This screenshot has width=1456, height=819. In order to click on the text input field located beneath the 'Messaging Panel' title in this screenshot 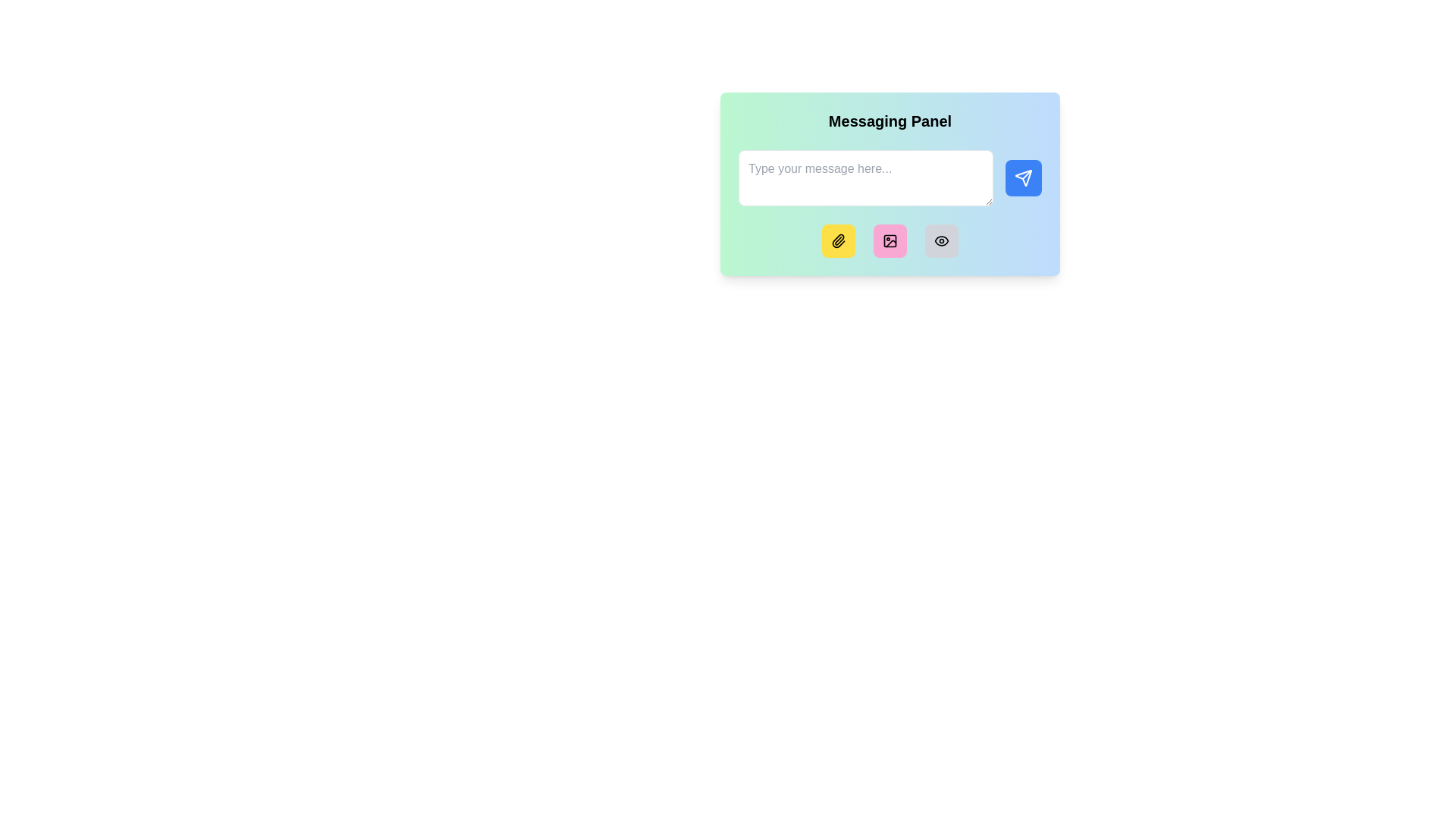, I will do `click(866, 177)`.